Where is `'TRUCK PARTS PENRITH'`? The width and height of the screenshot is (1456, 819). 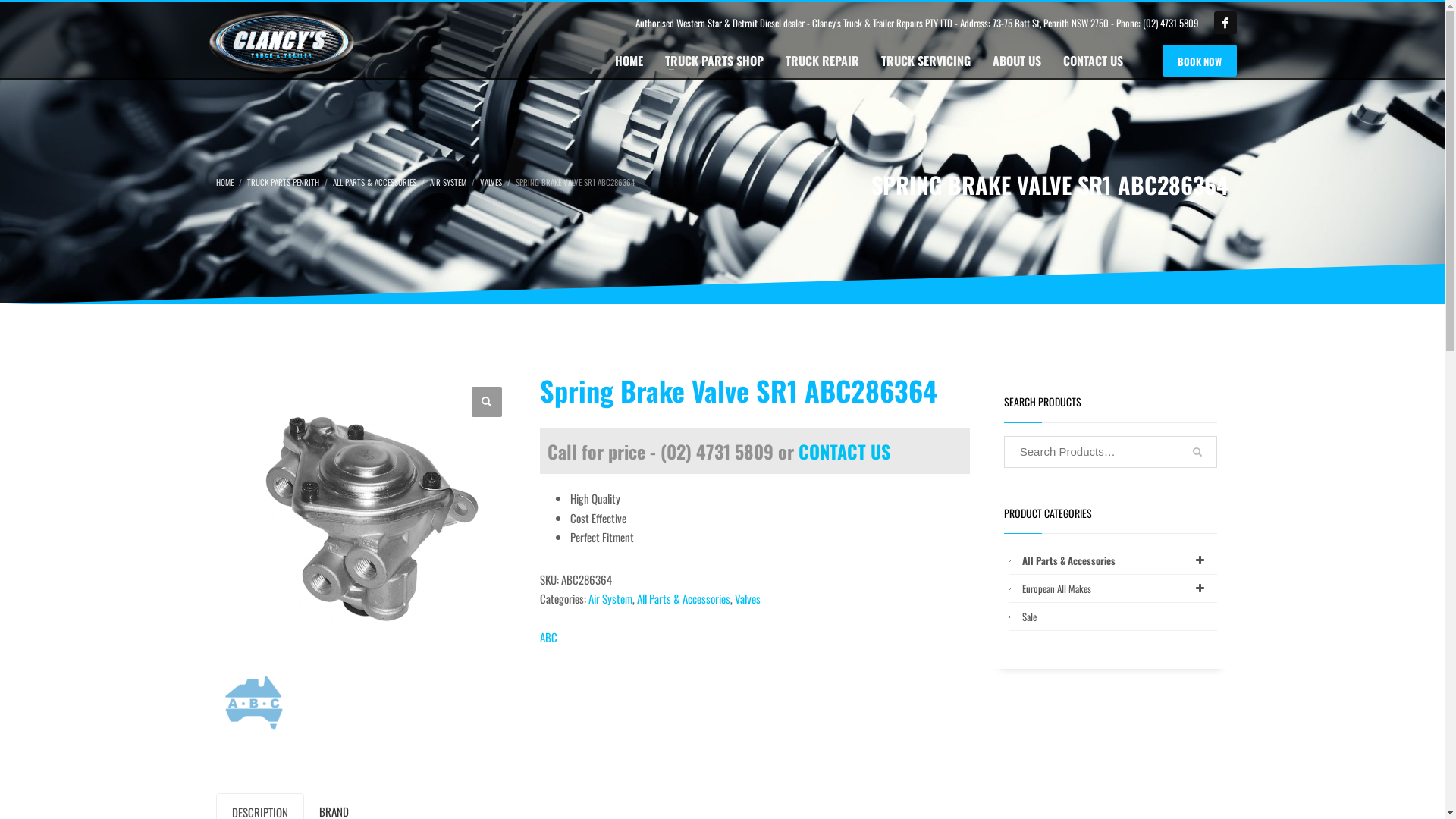
'TRUCK PARTS PENRITH' is located at coordinates (283, 180).